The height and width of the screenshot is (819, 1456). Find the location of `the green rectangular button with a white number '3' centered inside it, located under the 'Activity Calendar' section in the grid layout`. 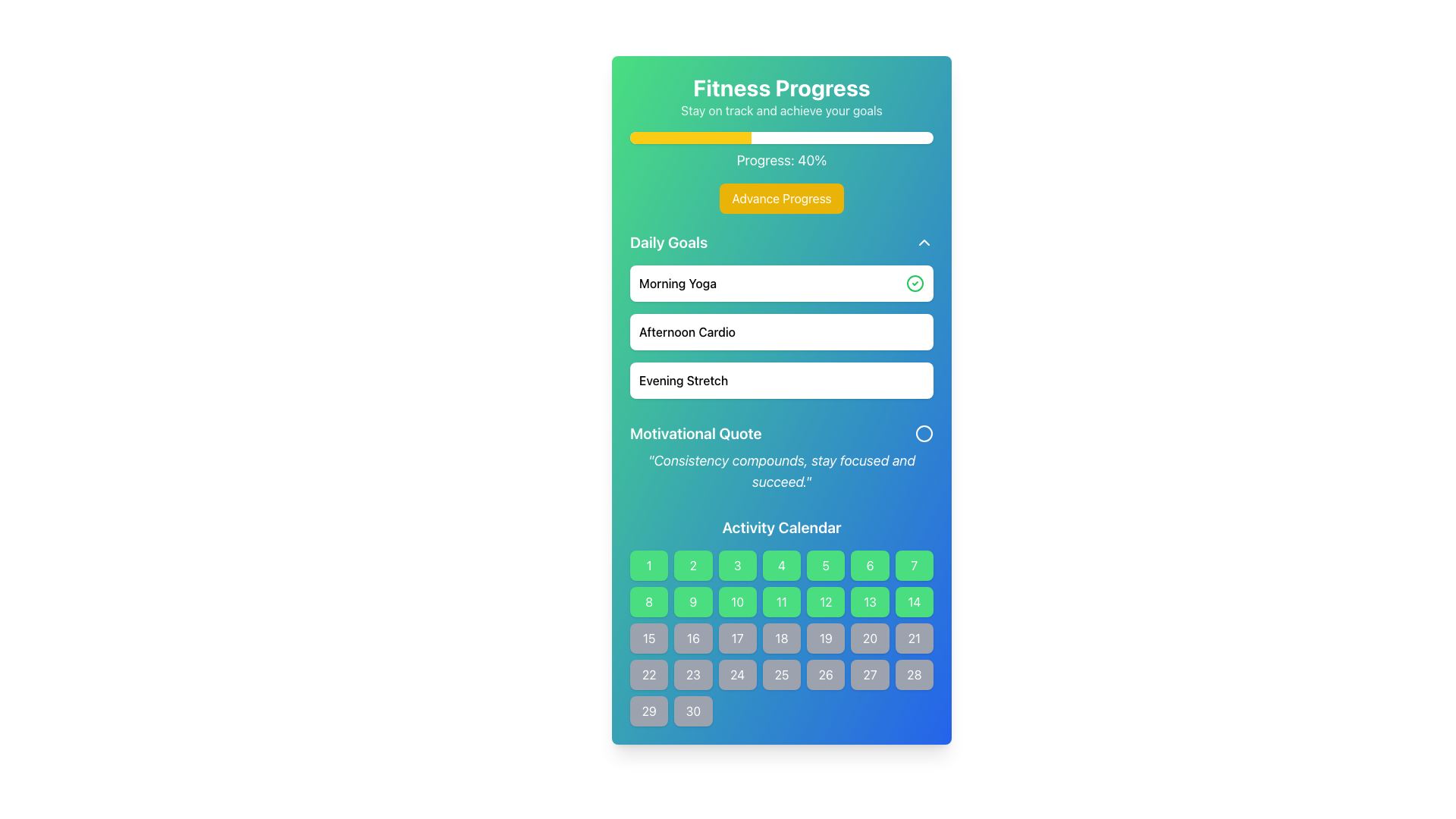

the green rectangular button with a white number '3' centered inside it, located under the 'Activity Calendar' section in the grid layout is located at coordinates (737, 565).